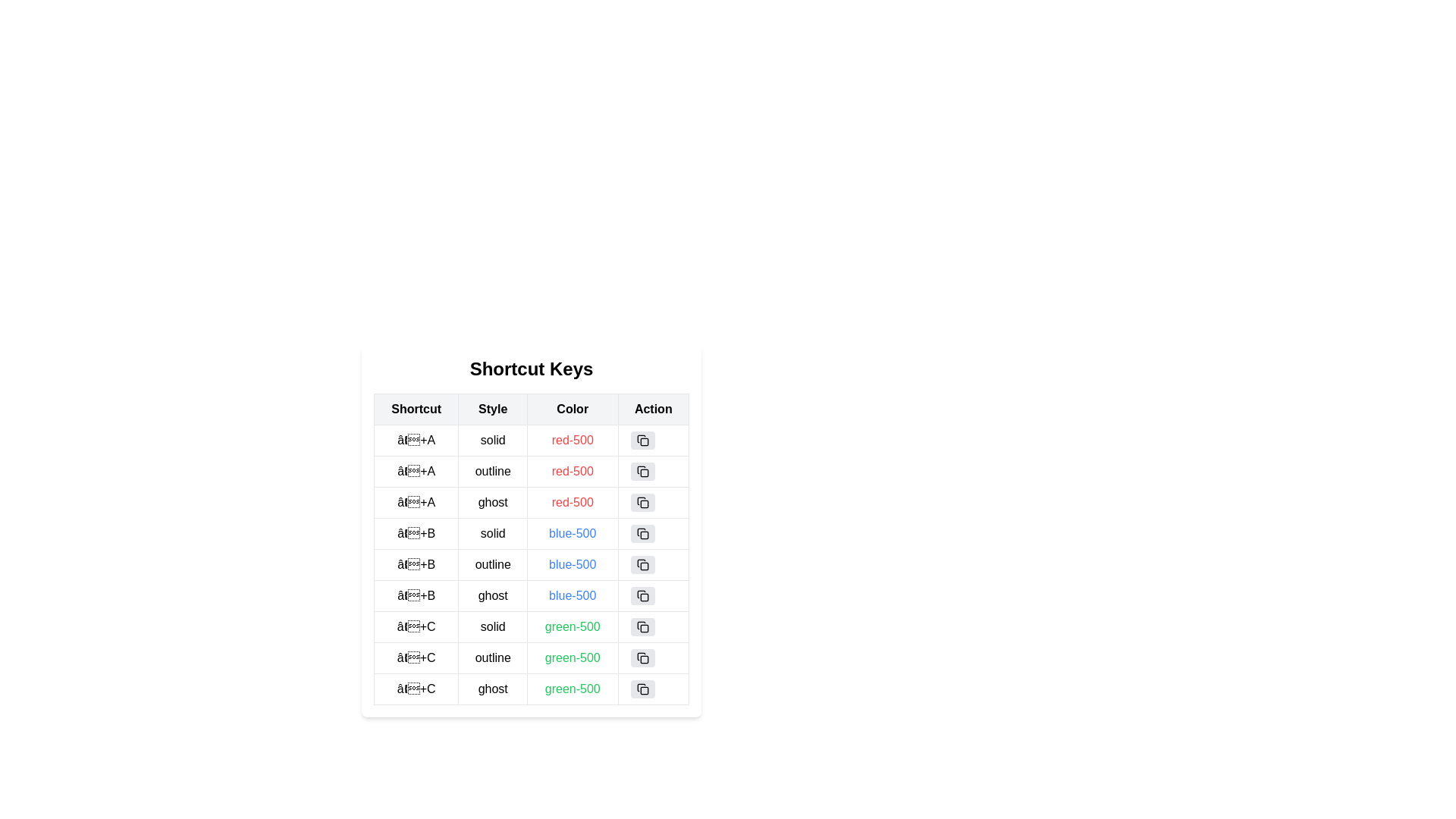 The image size is (1456, 819). I want to click on the static text display representing the keyboard shortcut 'Command+A' located in the first row under the 'Shortcut' column, so click(416, 441).